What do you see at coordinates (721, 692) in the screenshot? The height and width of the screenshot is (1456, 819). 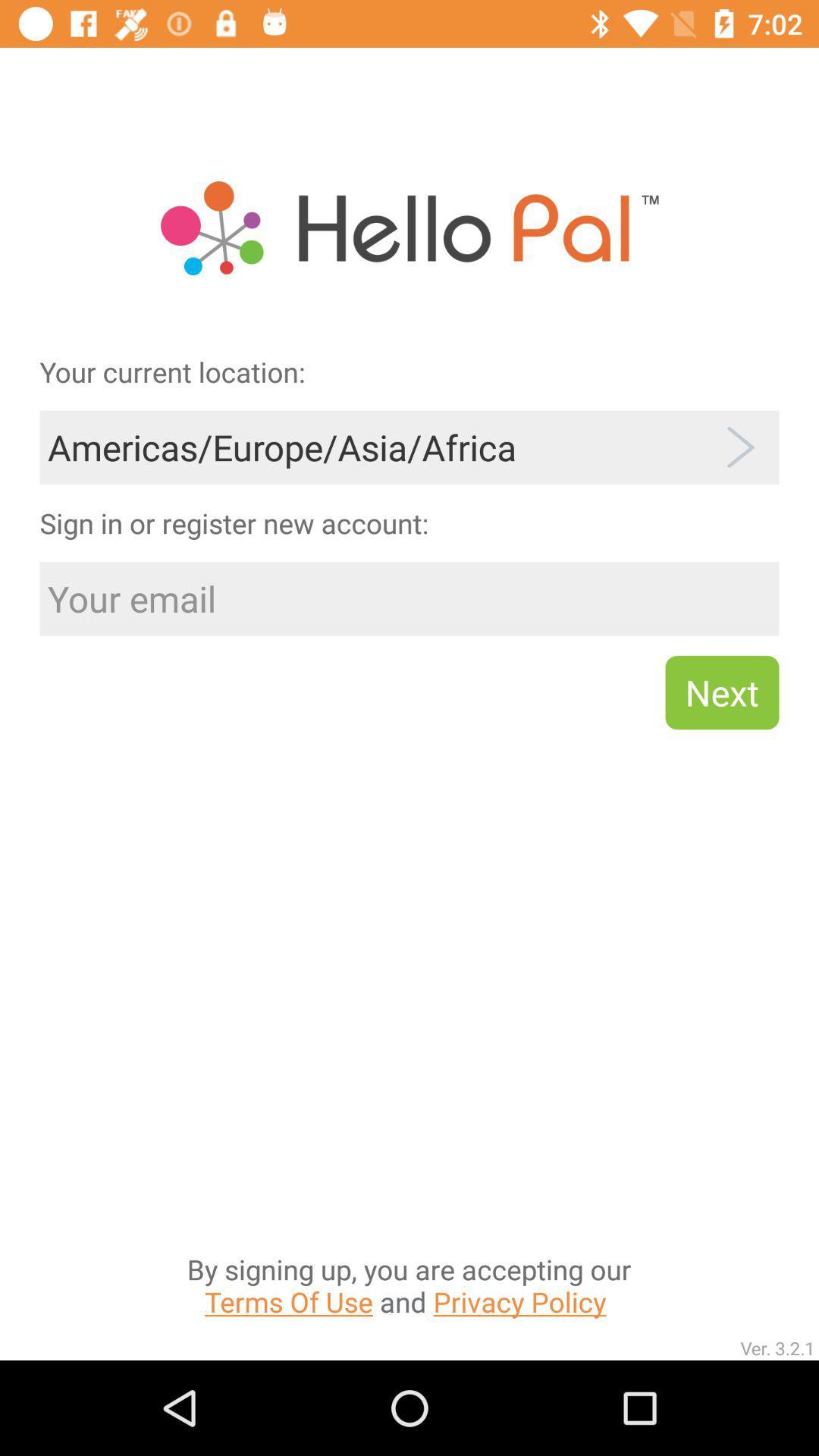 I see `the item on the right` at bounding box center [721, 692].